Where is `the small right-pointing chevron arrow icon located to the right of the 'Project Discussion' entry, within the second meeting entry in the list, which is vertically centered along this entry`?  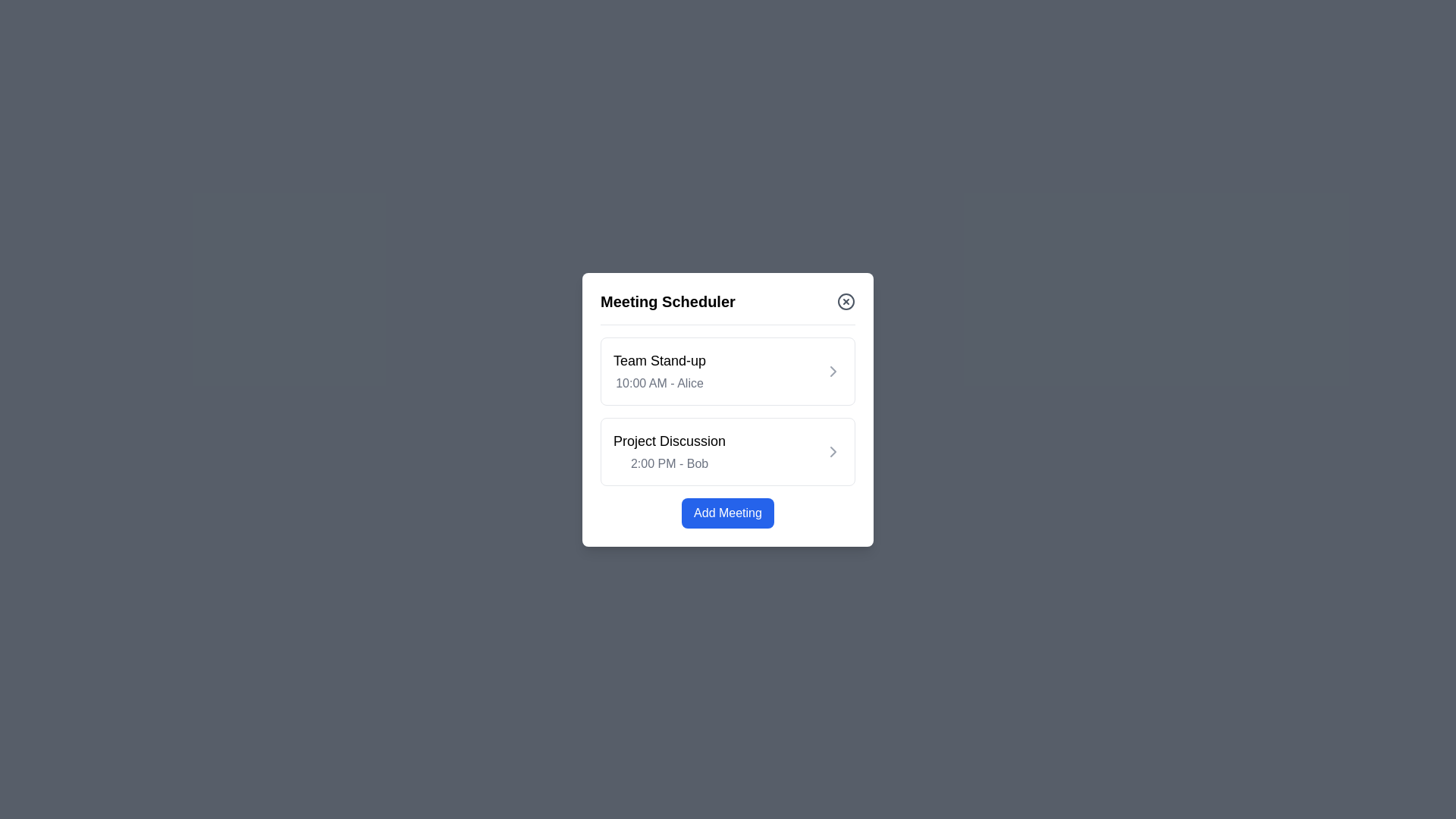 the small right-pointing chevron arrow icon located to the right of the 'Project Discussion' entry, within the second meeting entry in the list, which is vertically centered along this entry is located at coordinates (833, 450).